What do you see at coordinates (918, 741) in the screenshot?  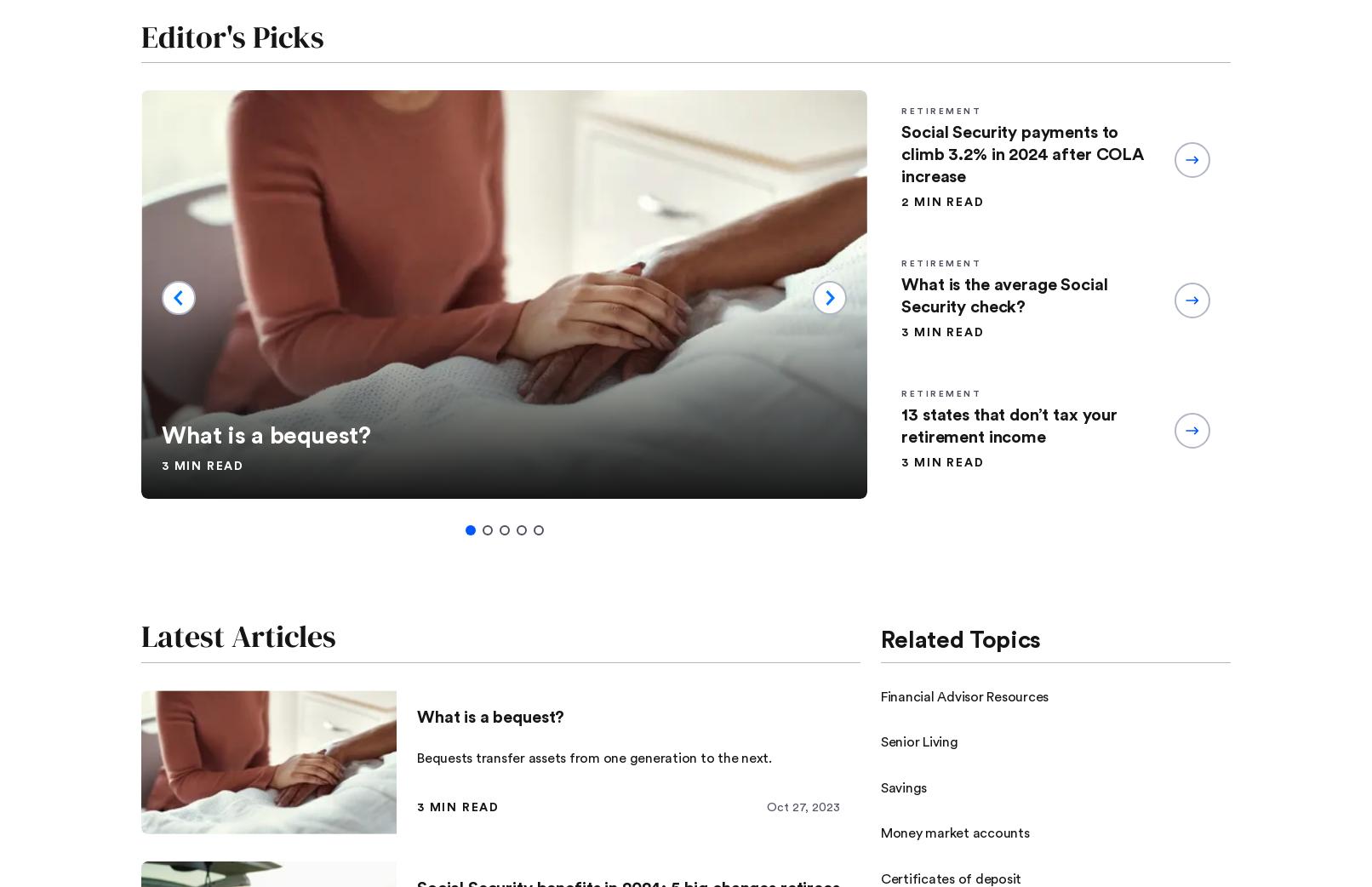 I see `'Senior Living'` at bounding box center [918, 741].